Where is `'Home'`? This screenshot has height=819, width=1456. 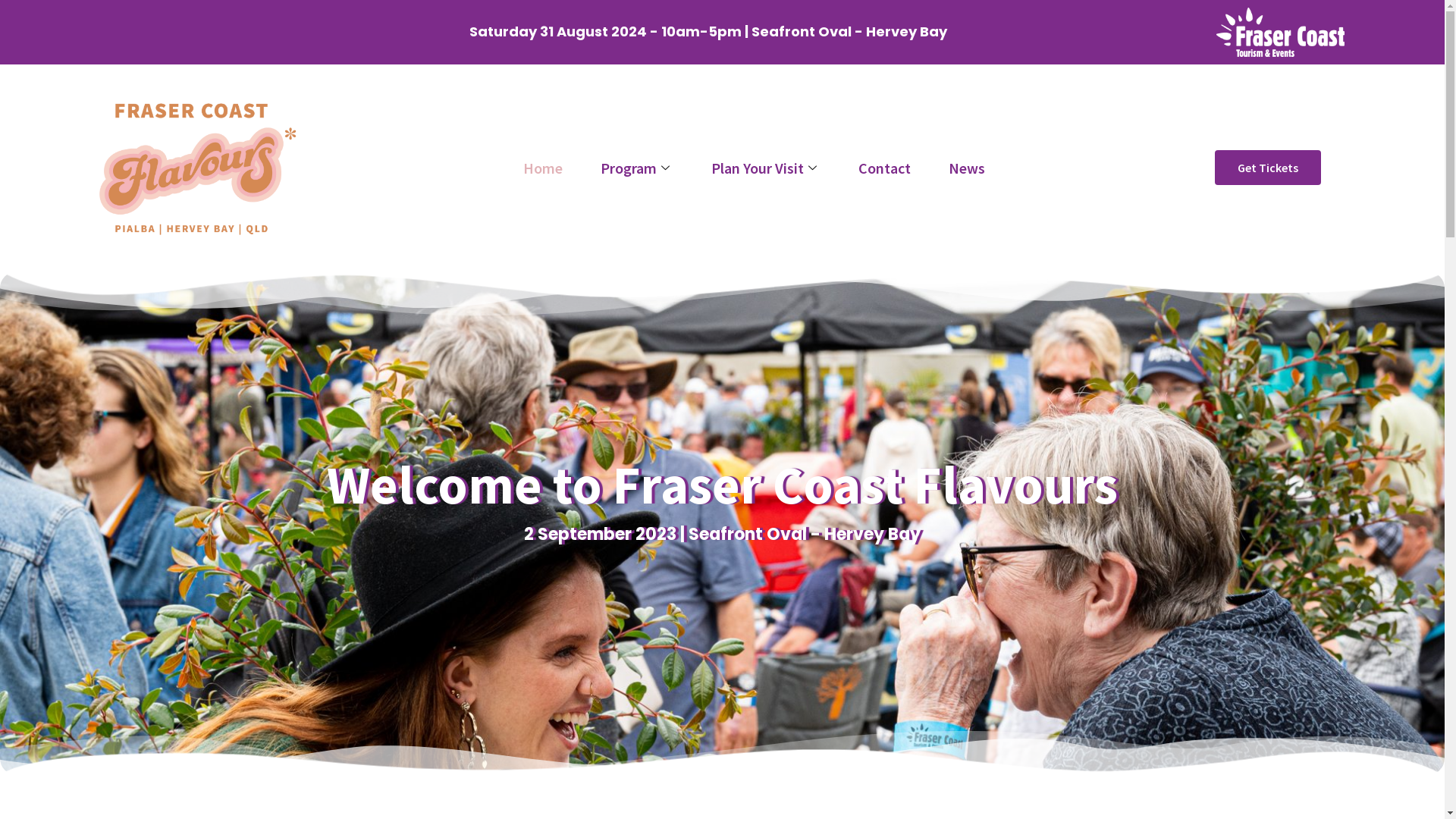 'Home' is located at coordinates (504, 168).